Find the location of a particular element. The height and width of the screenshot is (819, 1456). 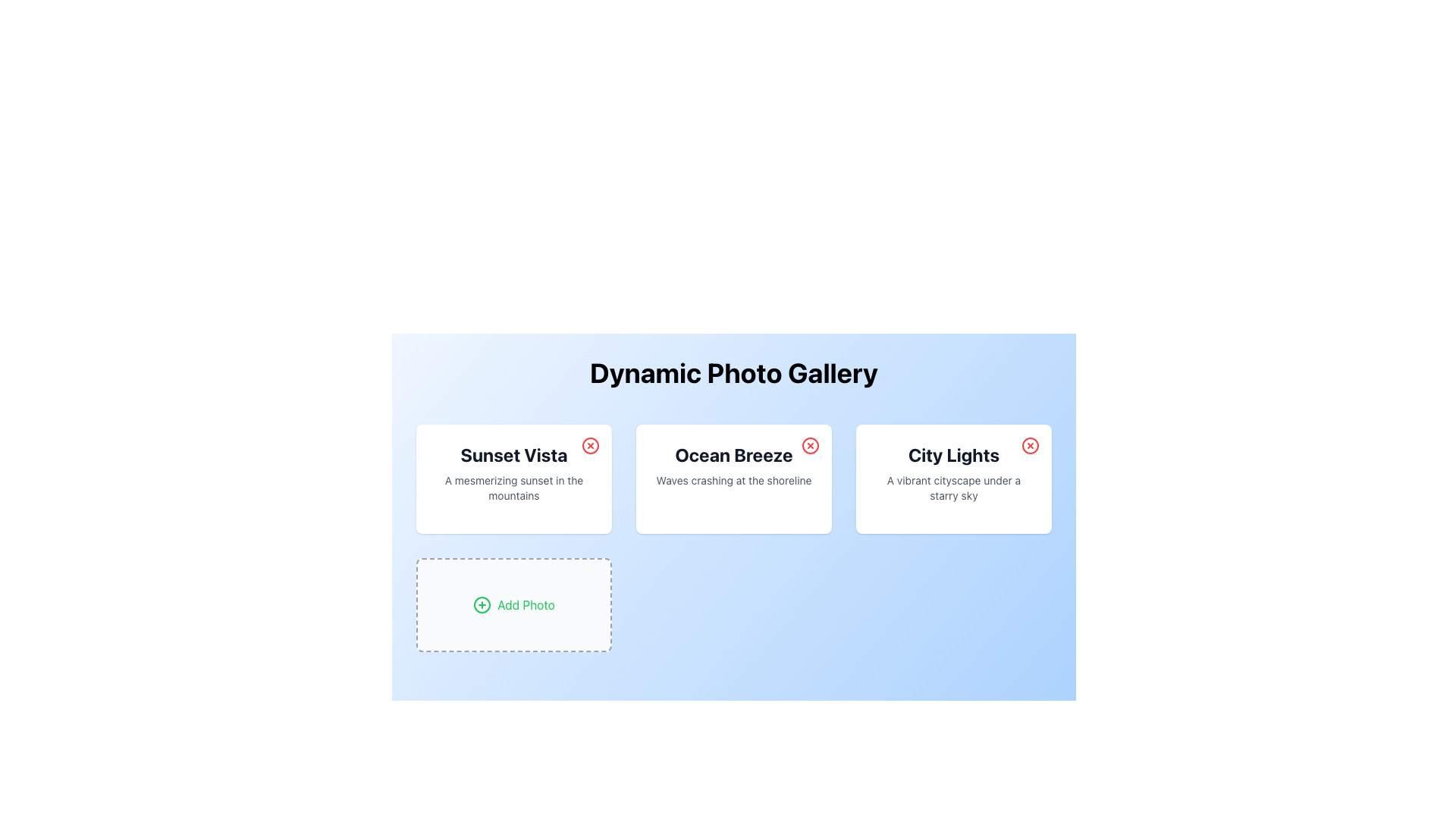

the text block element titled 'Sunset Vista', which contains a subtitle 'A mesmerizing sunset in the mountains', located in the first card among a horizontal arrangement of cards is located at coordinates (513, 472).